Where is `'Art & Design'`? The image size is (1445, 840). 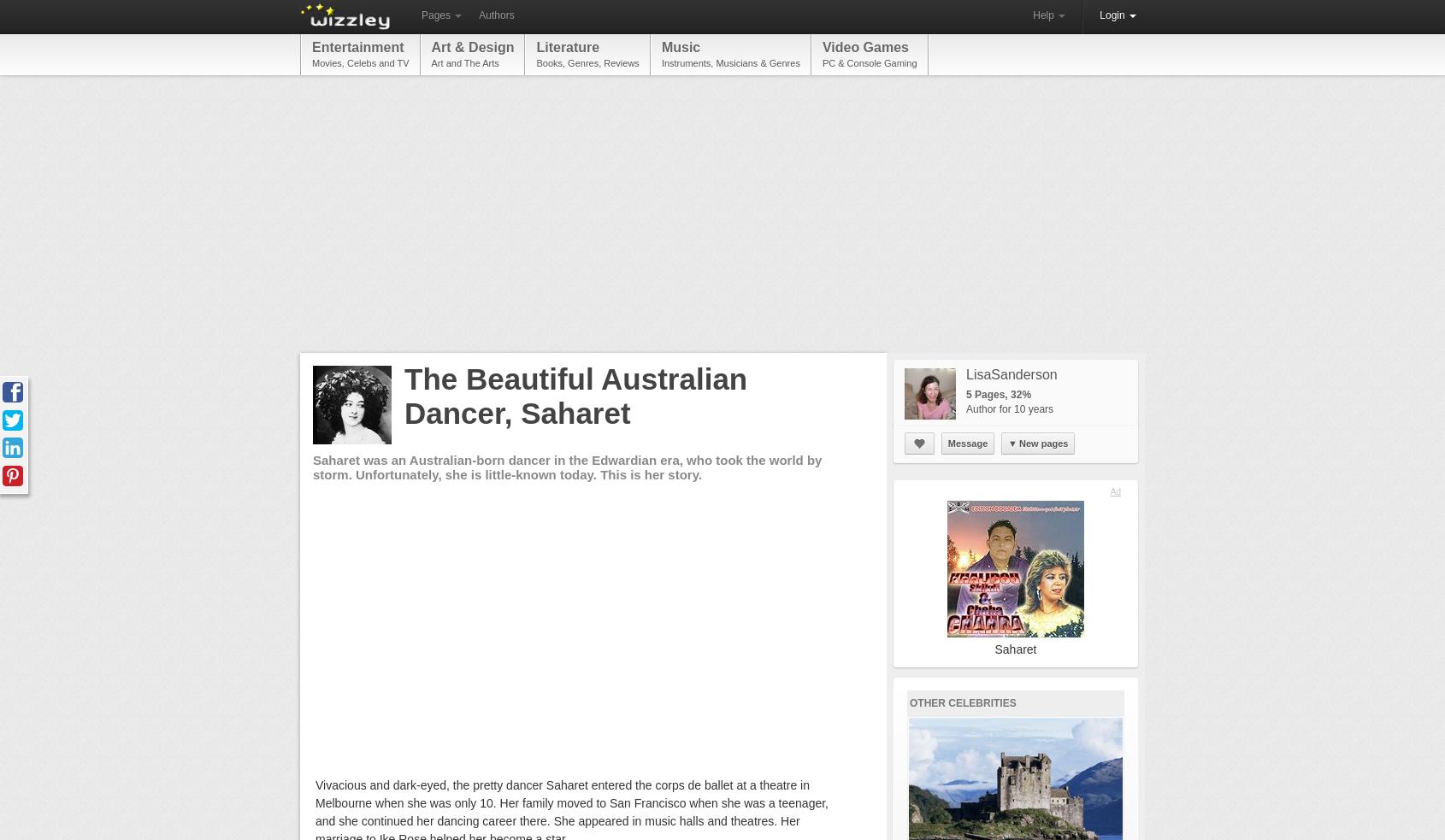 'Art & Design' is located at coordinates (471, 46).